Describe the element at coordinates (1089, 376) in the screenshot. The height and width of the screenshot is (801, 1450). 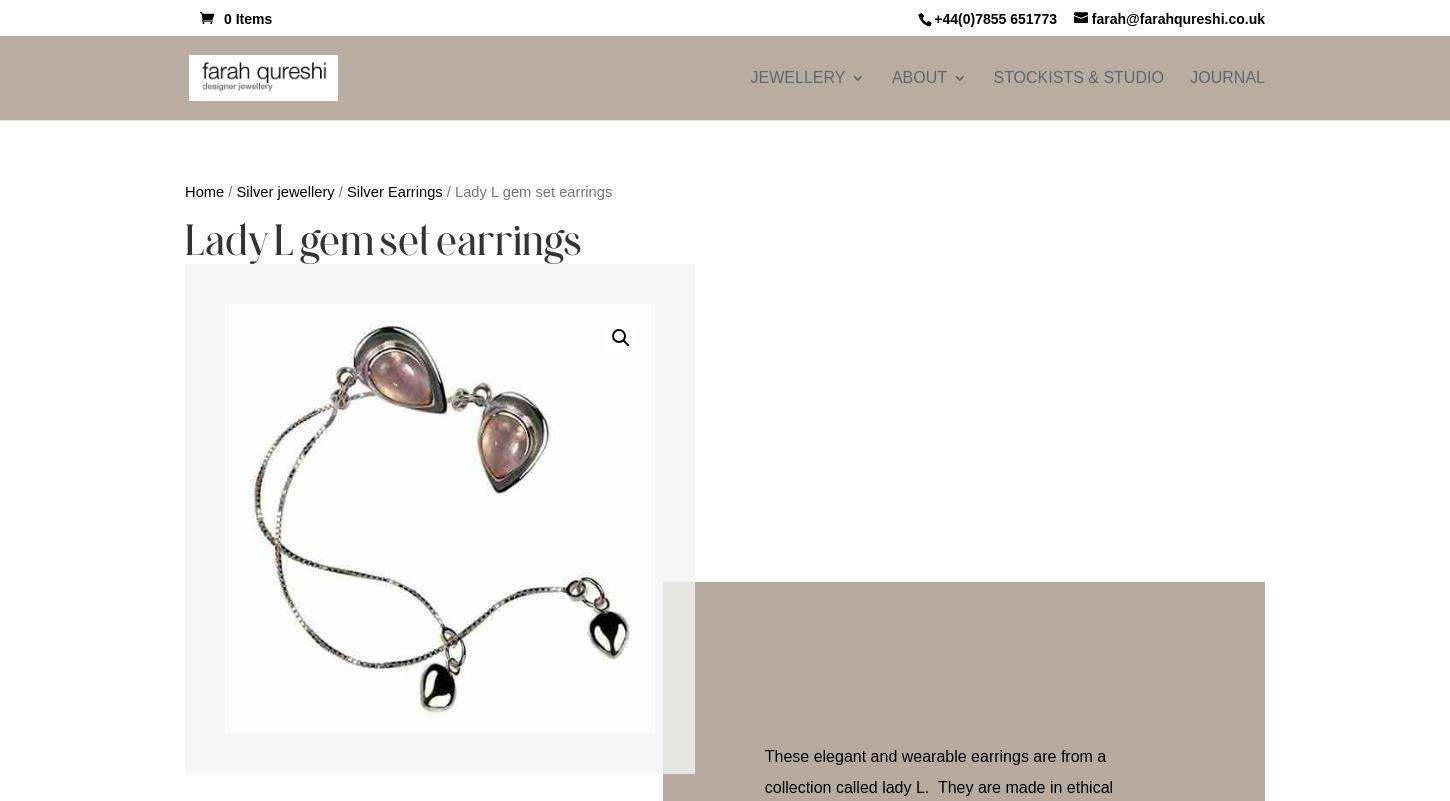
I see `'View All Gold Jewellery'` at that location.